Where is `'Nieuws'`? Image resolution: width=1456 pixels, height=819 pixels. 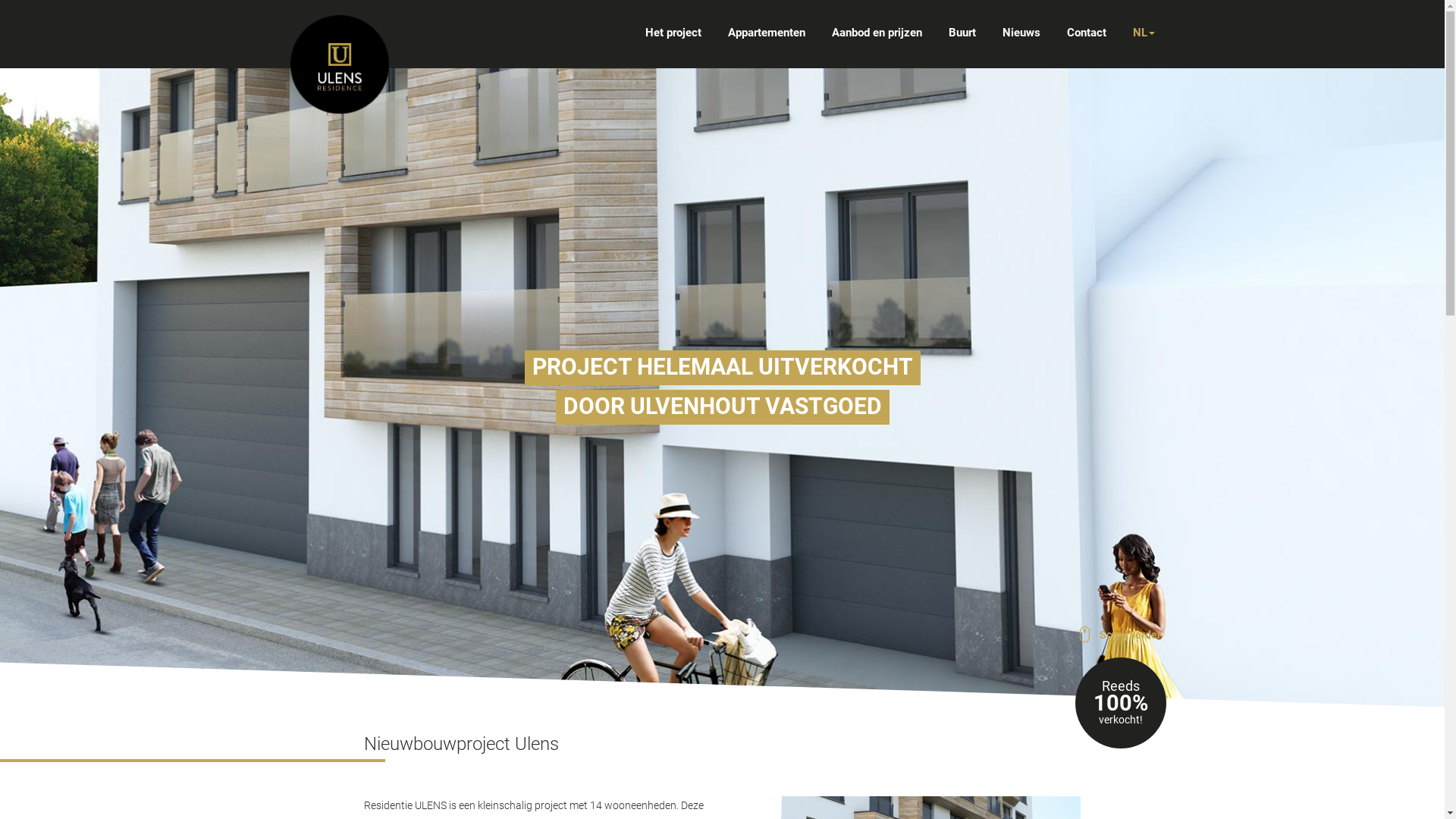
'Nieuws' is located at coordinates (1002, 32).